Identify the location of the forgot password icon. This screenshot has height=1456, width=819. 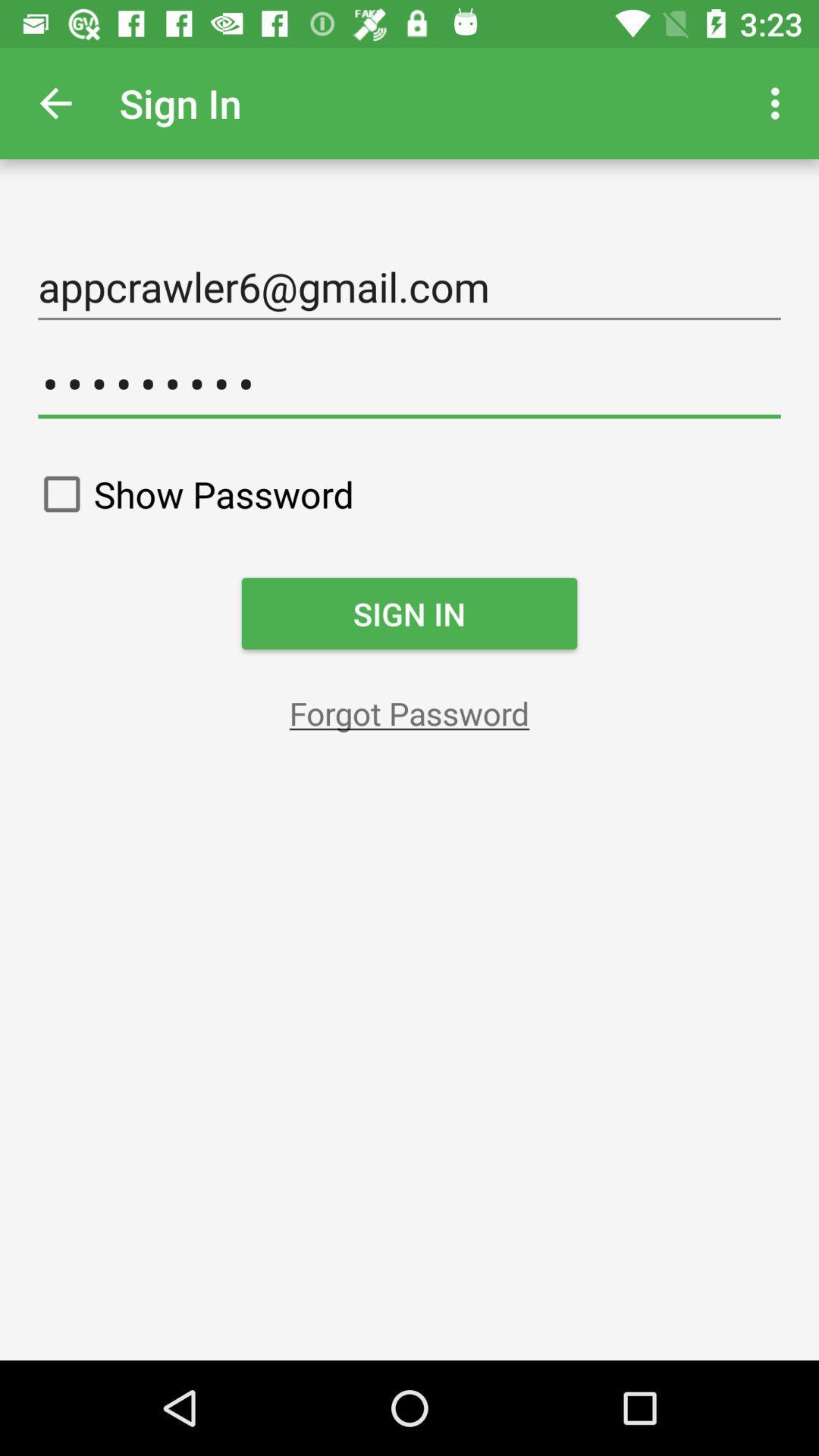
(409, 712).